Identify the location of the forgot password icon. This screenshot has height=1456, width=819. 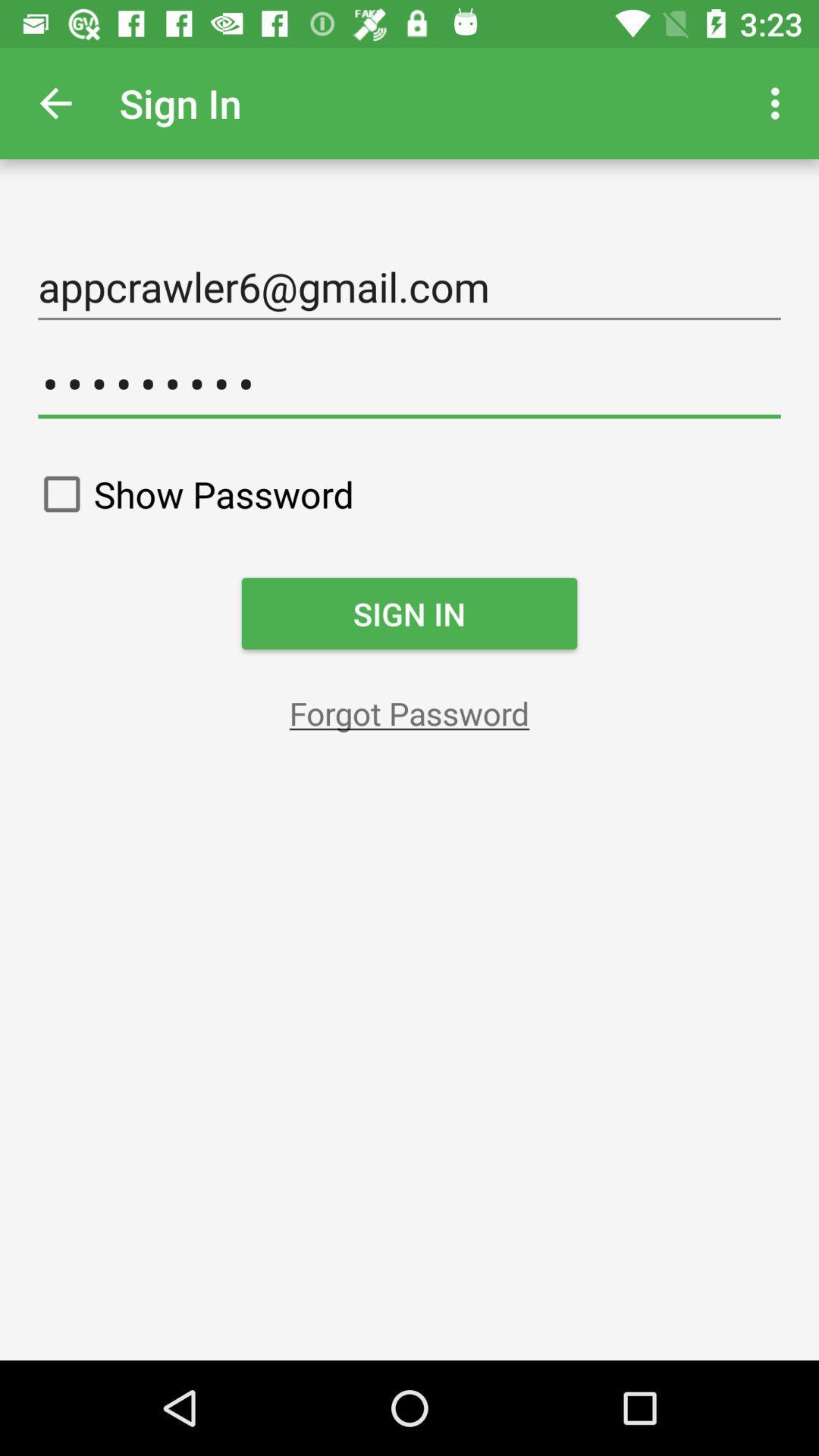
(409, 712).